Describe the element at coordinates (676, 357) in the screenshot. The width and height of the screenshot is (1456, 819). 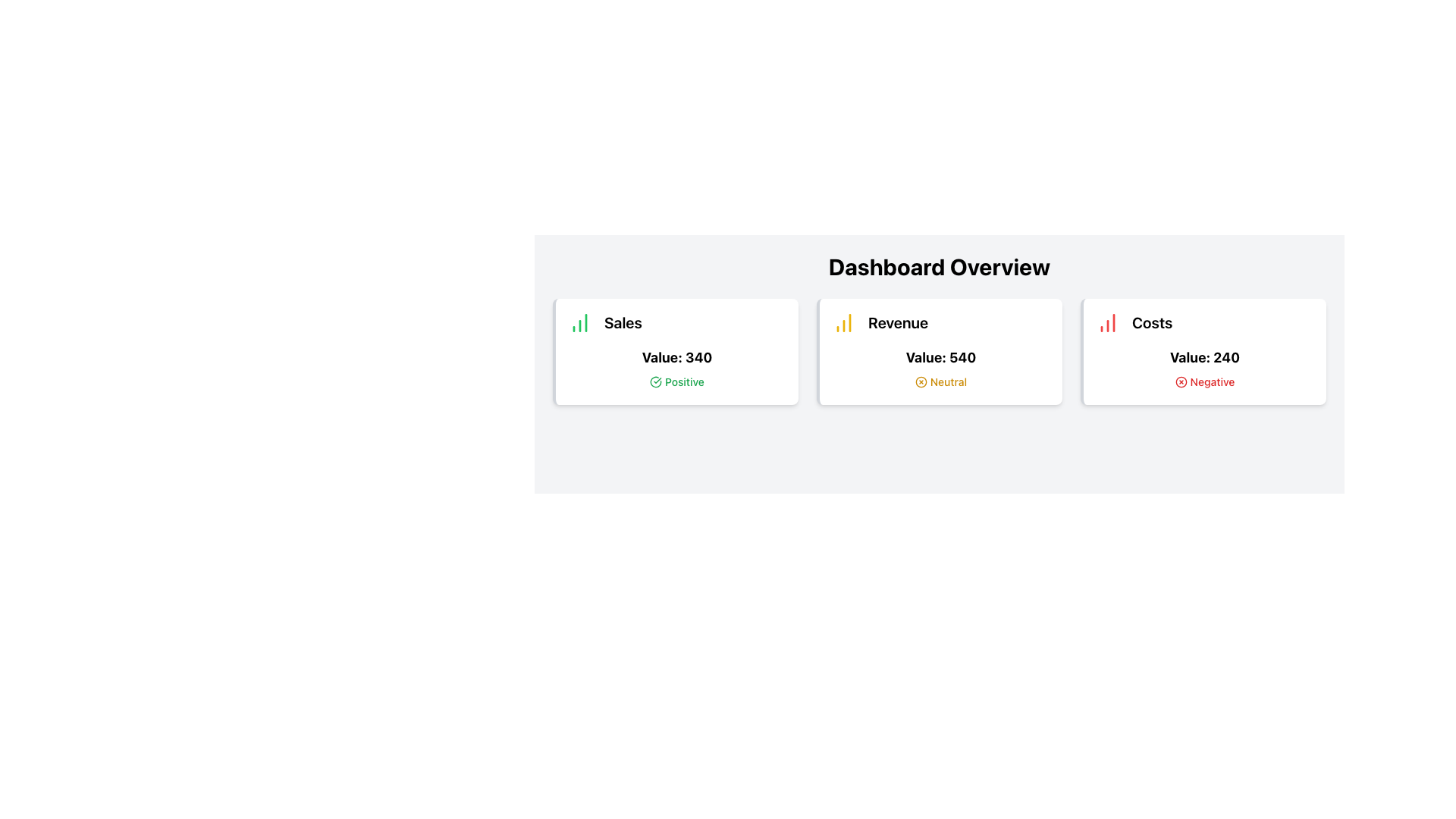
I see `the bold text display showing 'Value: 340' within the central left card of the dashboard, positioned below the 'Sales' label and above the 'Positive' indicator` at that location.